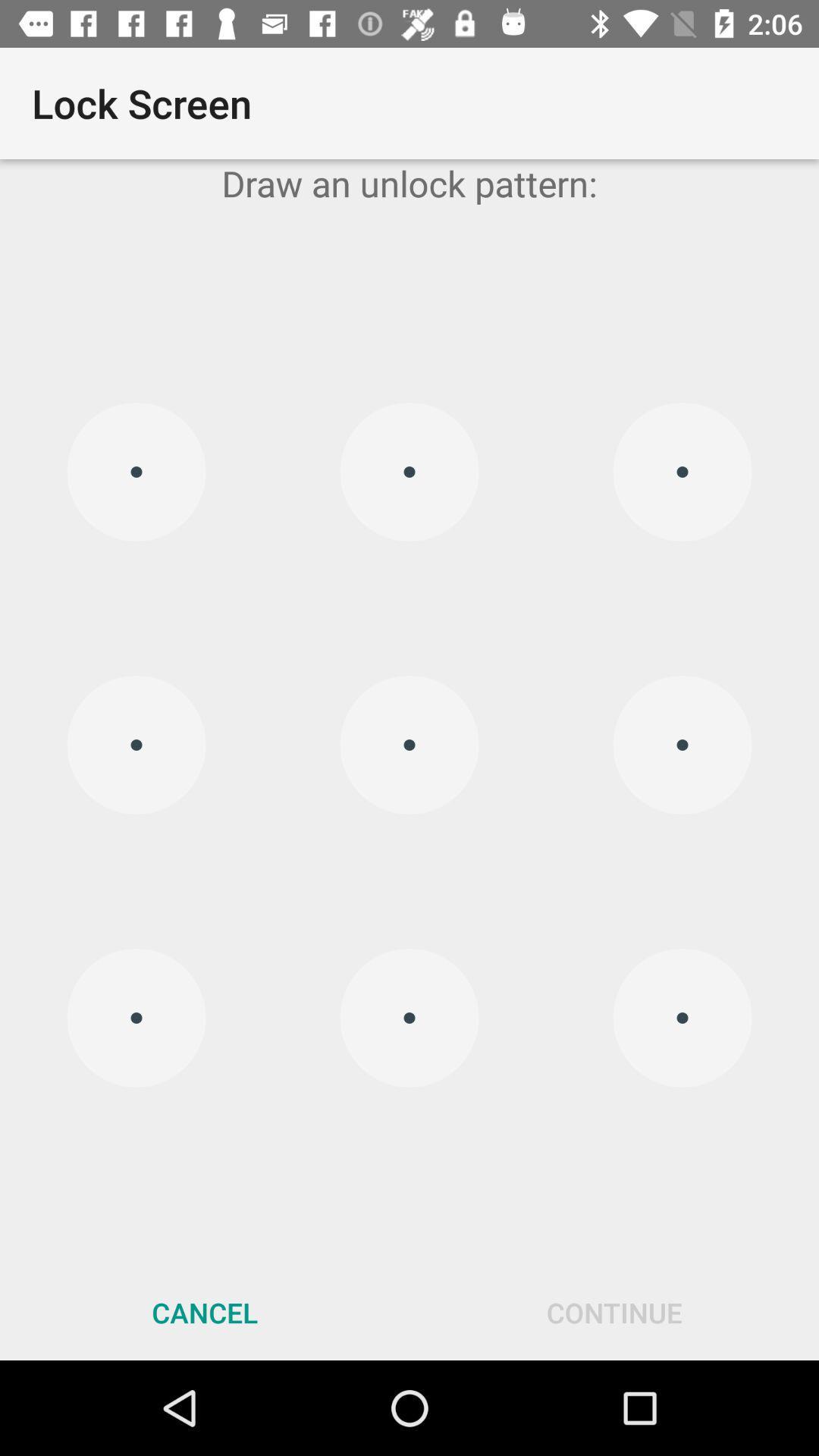  I want to click on icon at the bottom right corner, so click(614, 1312).